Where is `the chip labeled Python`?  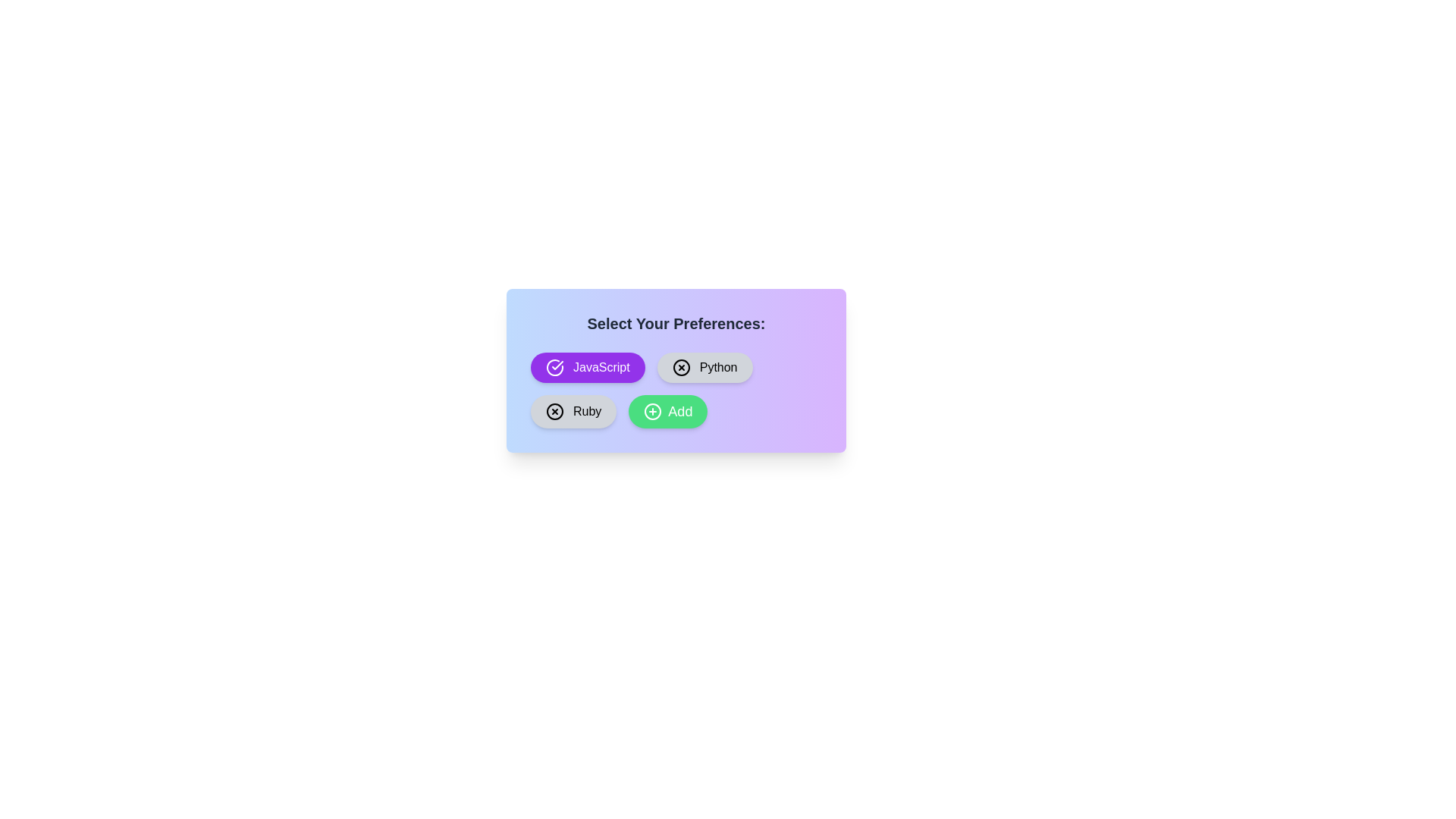
the chip labeled Python is located at coordinates (704, 368).